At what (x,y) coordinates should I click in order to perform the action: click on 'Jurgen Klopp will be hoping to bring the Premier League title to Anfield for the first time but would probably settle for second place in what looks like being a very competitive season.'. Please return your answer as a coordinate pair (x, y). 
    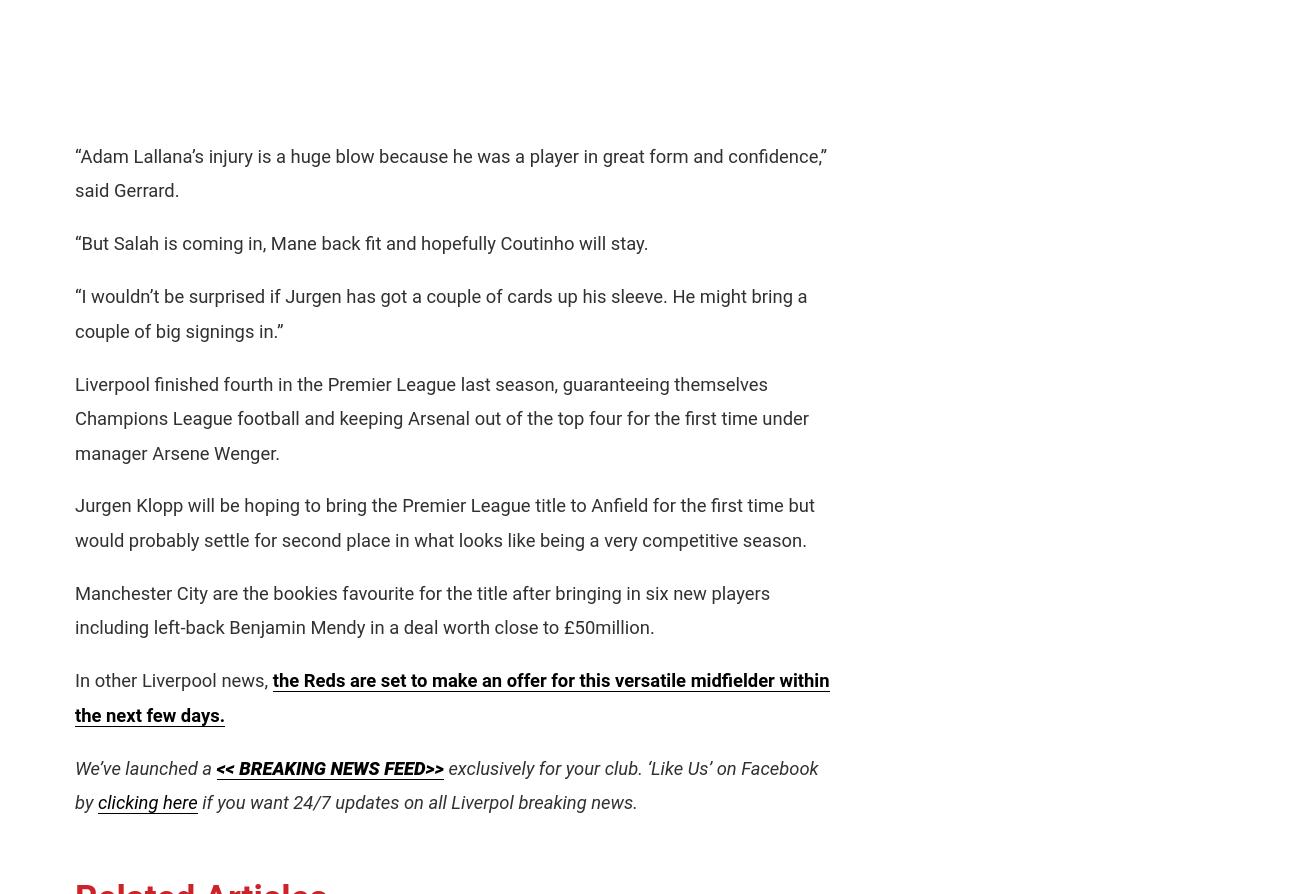
    Looking at the image, I should click on (75, 522).